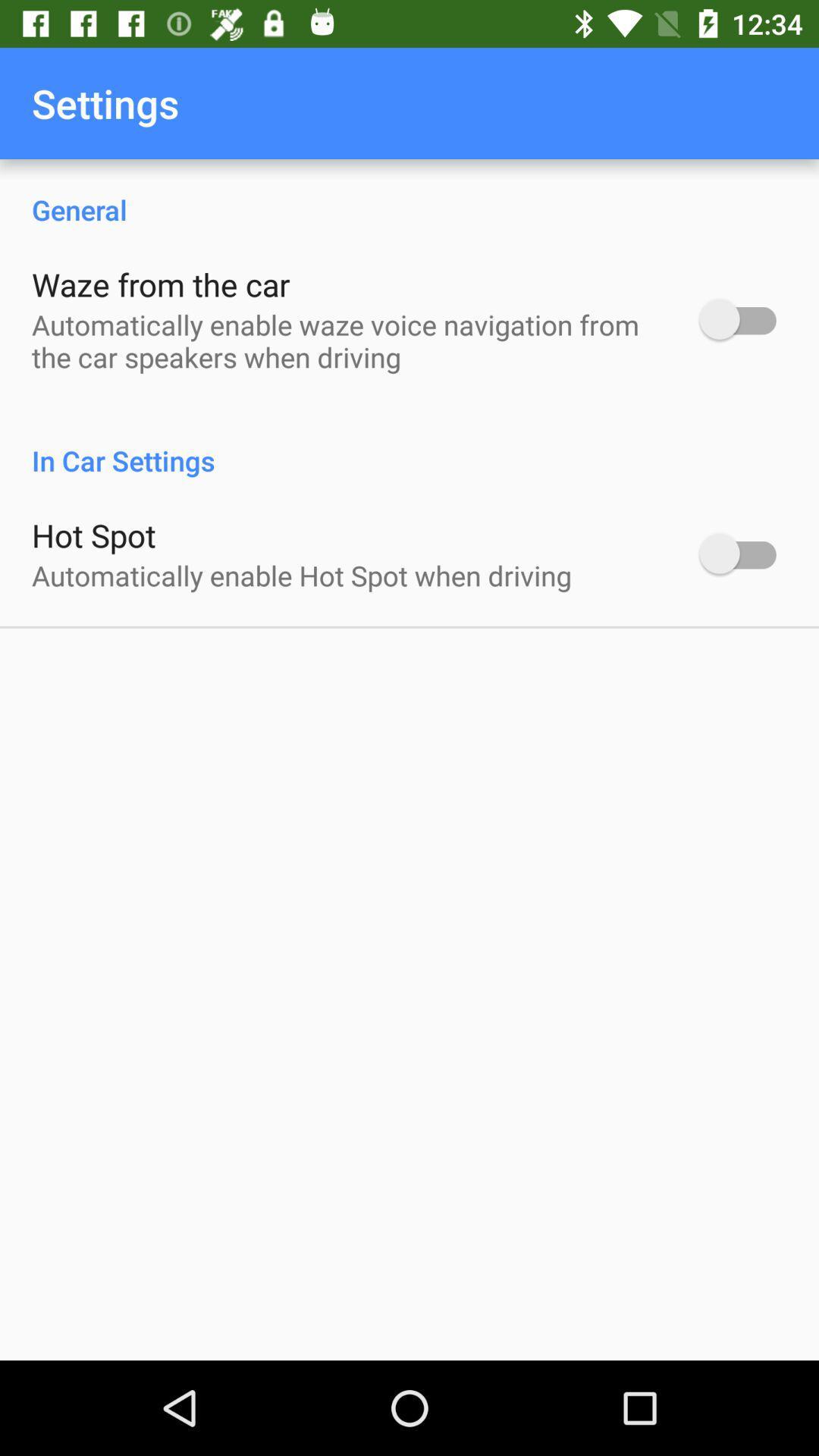 Image resolution: width=819 pixels, height=1456 pixels. Describe the element at coordinates (409, 193) in the screenshot. I see `item above waze from the` at that location.